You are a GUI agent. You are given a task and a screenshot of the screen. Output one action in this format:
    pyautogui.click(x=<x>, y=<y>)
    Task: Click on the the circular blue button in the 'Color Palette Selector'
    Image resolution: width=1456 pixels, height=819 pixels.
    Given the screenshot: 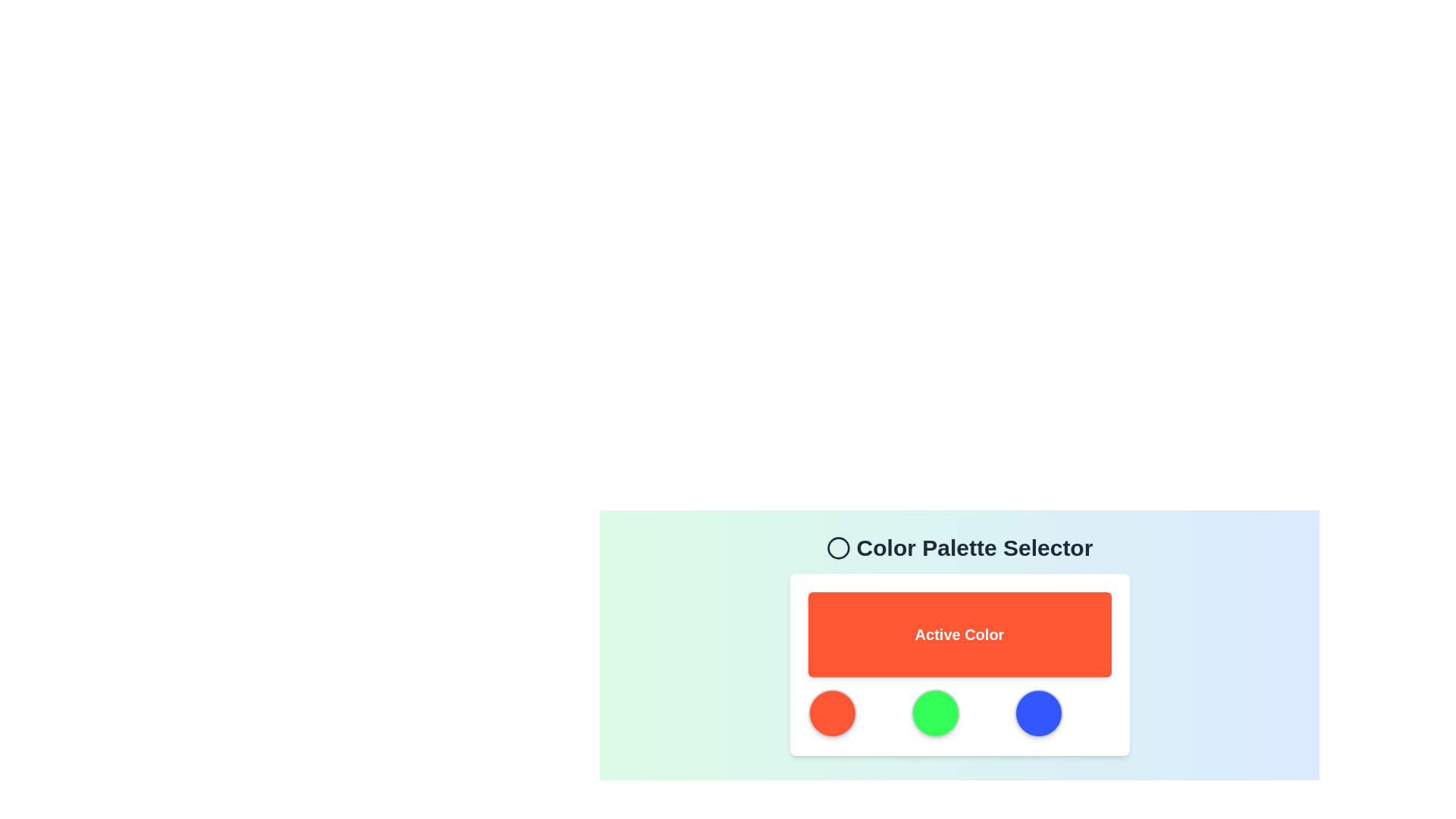 What is the action you would take?
    pyautogui.click(x=1037, y=714)
    